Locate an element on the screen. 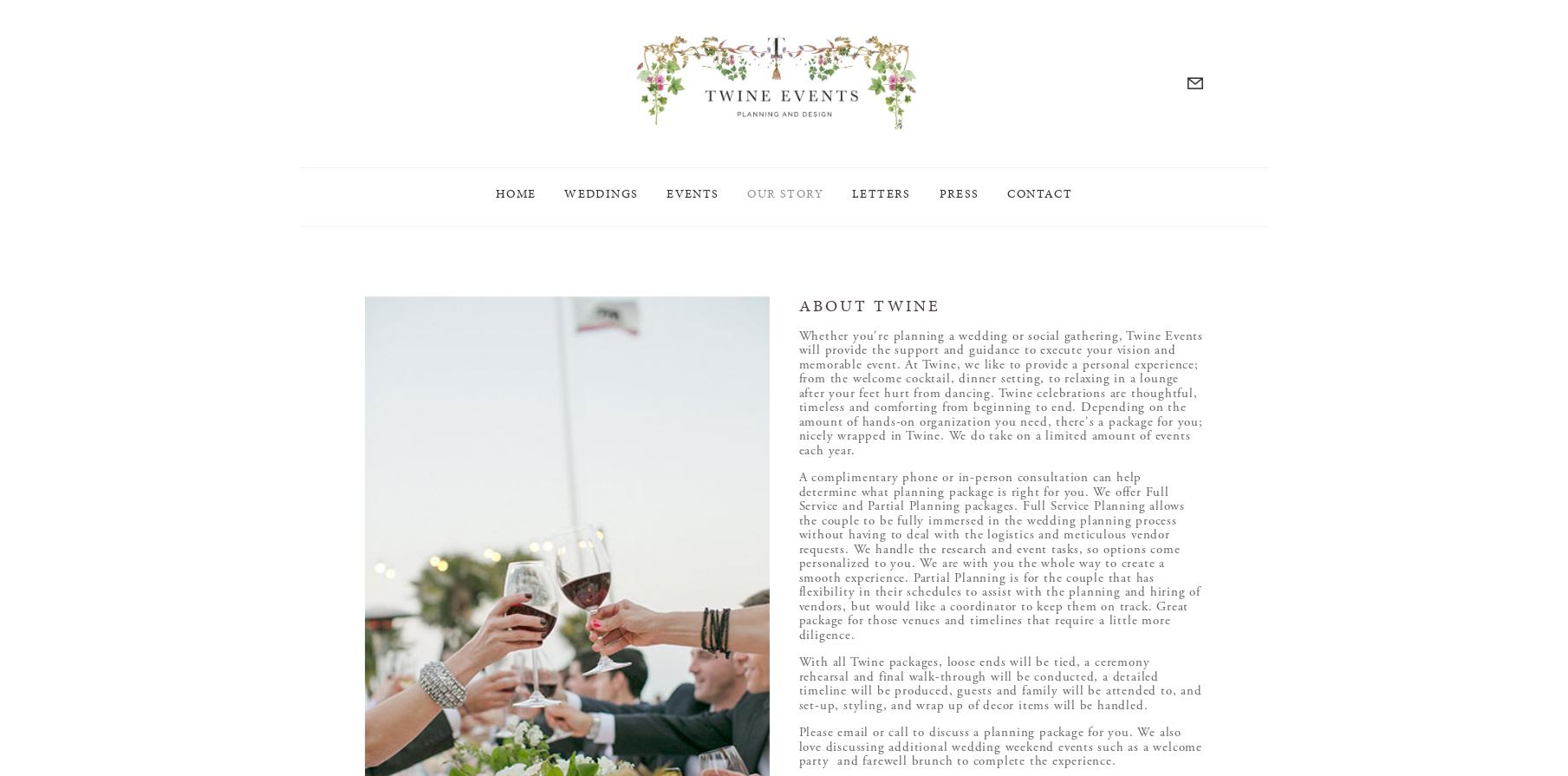  'Submit' is located at coordinates (867, 388).